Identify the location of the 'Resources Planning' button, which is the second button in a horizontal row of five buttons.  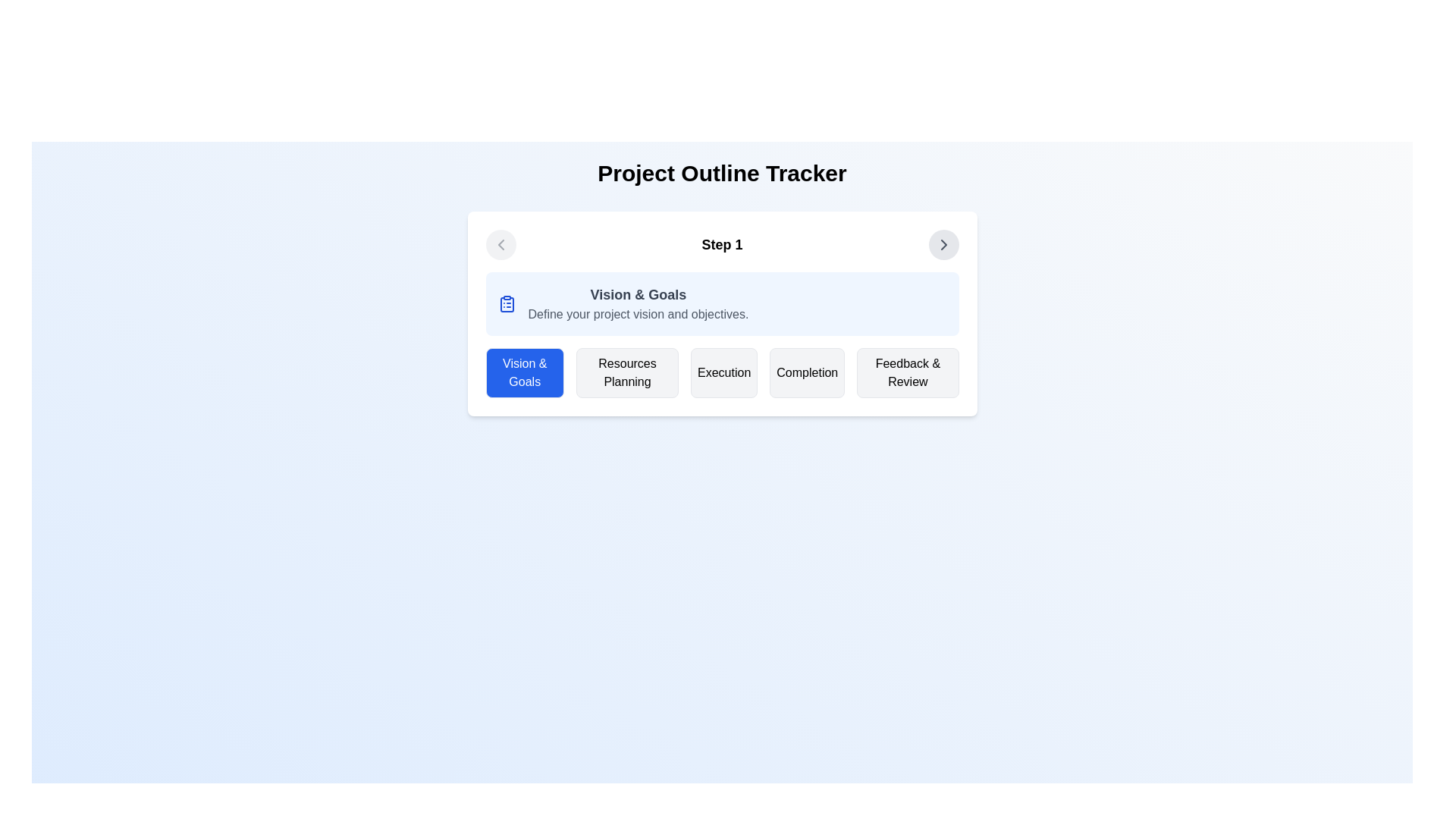
(627, 373).